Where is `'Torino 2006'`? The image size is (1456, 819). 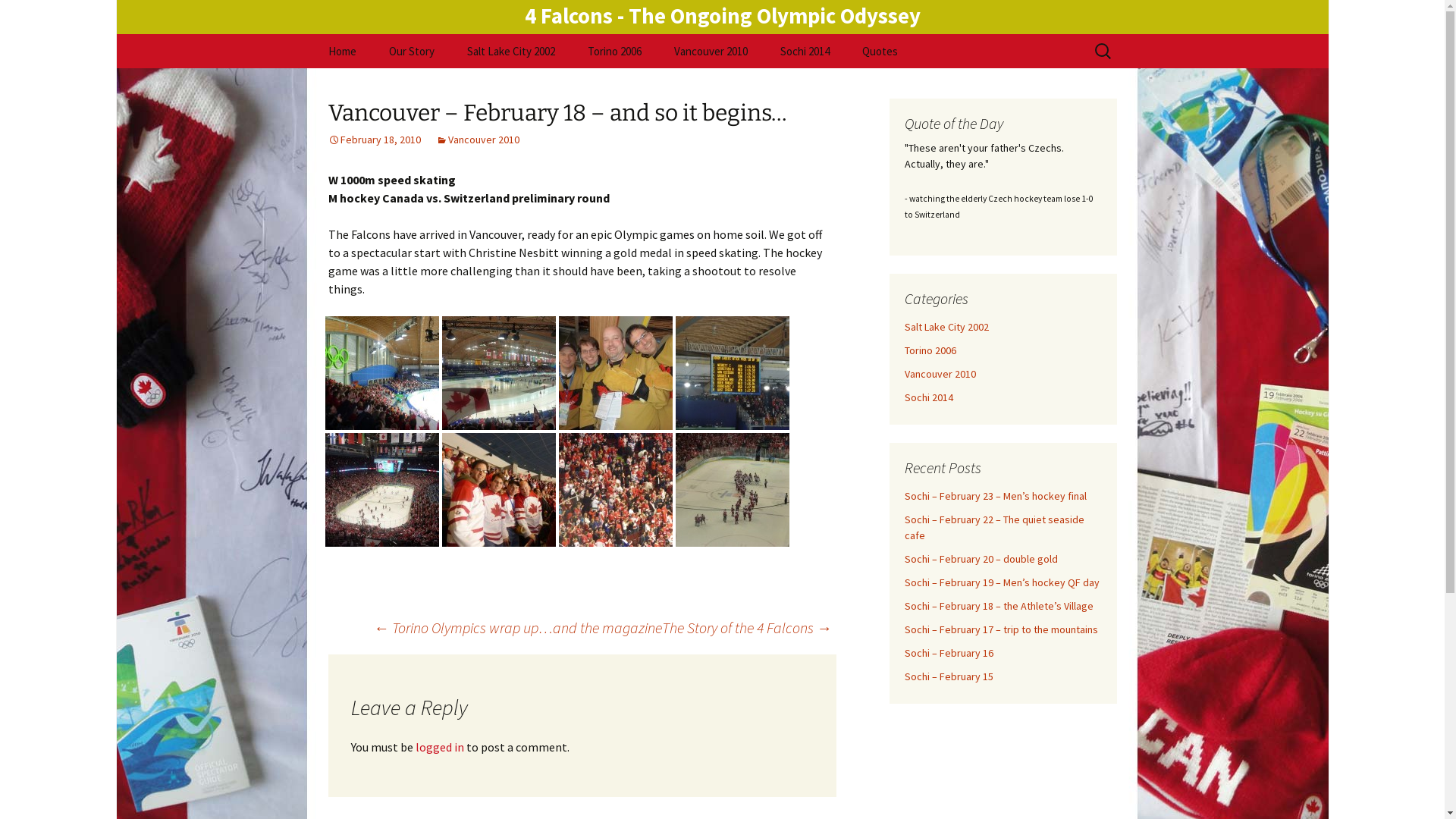 'Torino 2006' is located at coordinates (903, 350).